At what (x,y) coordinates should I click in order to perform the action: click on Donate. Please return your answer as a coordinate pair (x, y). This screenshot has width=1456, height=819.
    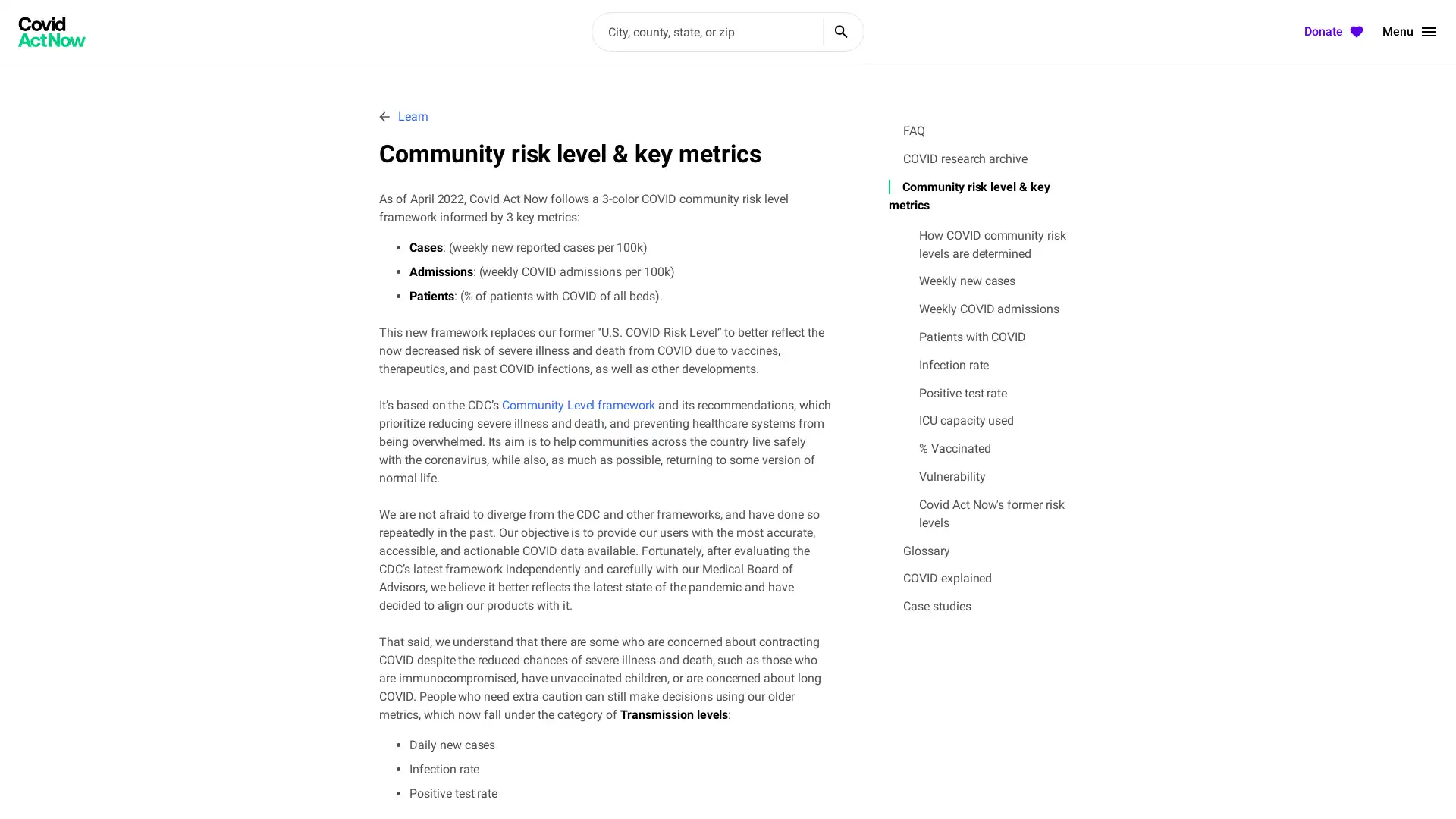
    Looking at the image, I should click on (1335, 32).